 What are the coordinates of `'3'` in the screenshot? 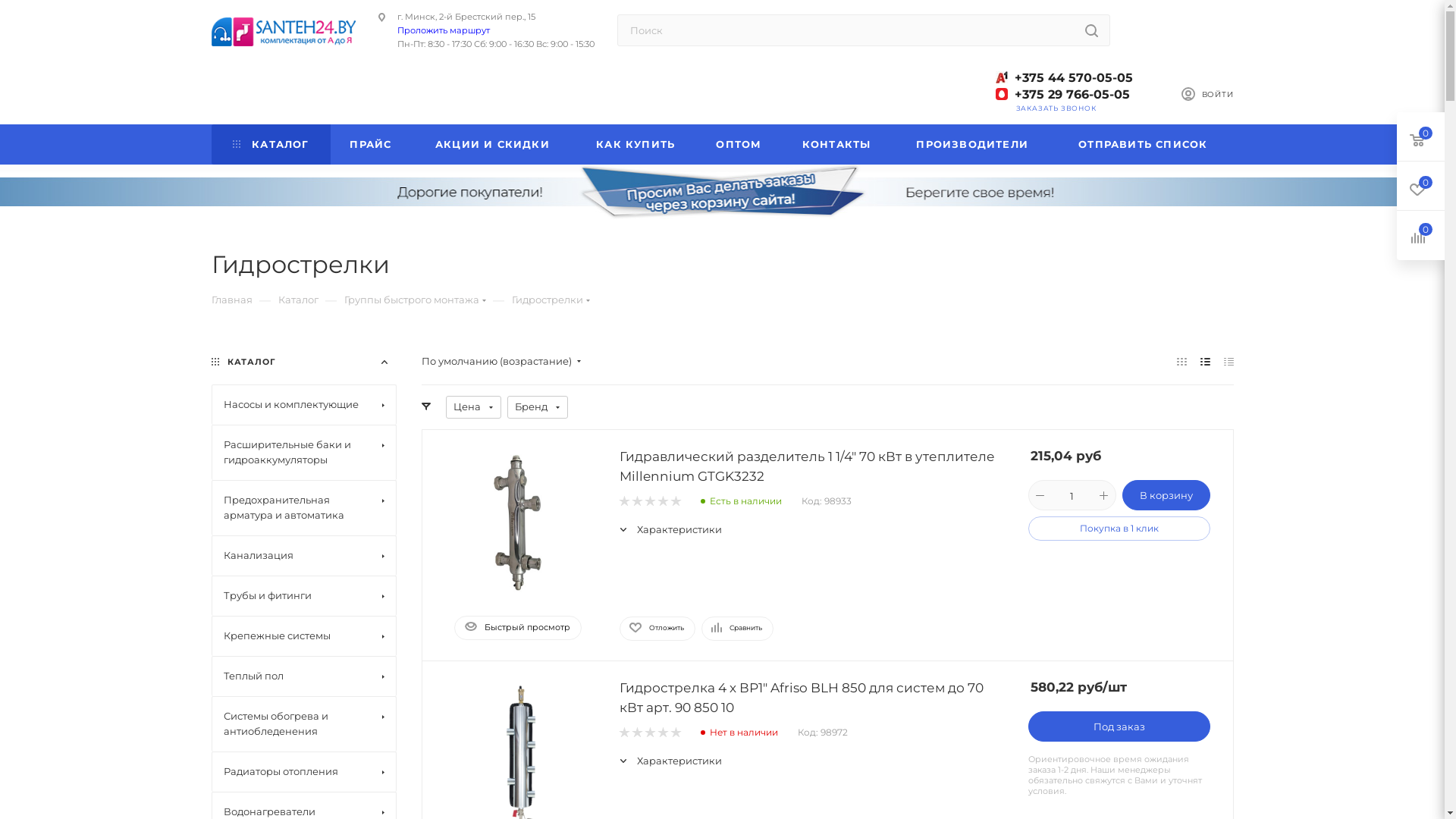 It's located at (649, 732).